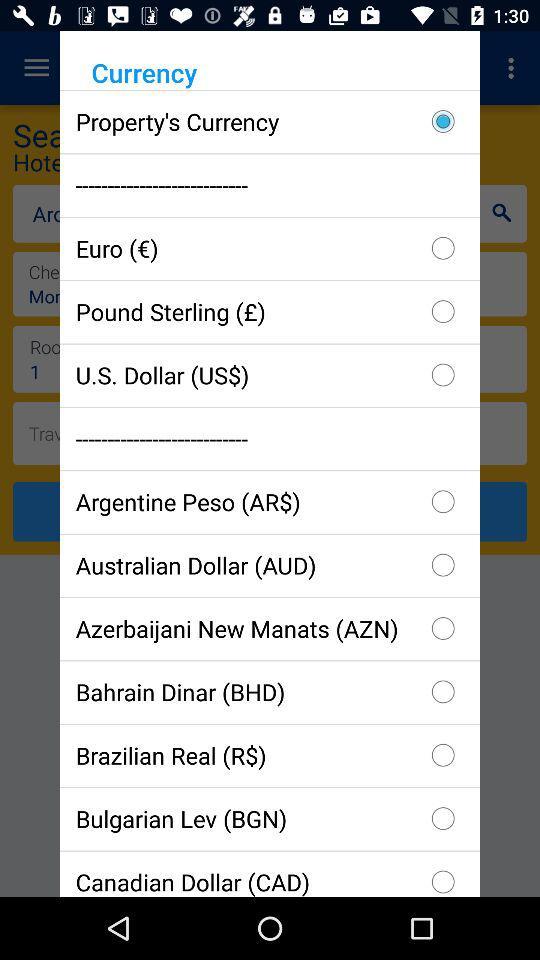 Image resolution: width=540 pixels, height=960 pixels. Describe the element at coordinates (270, 872) in the screenshot. I see `item below the bulgarian lev (bgn) item` at that location.